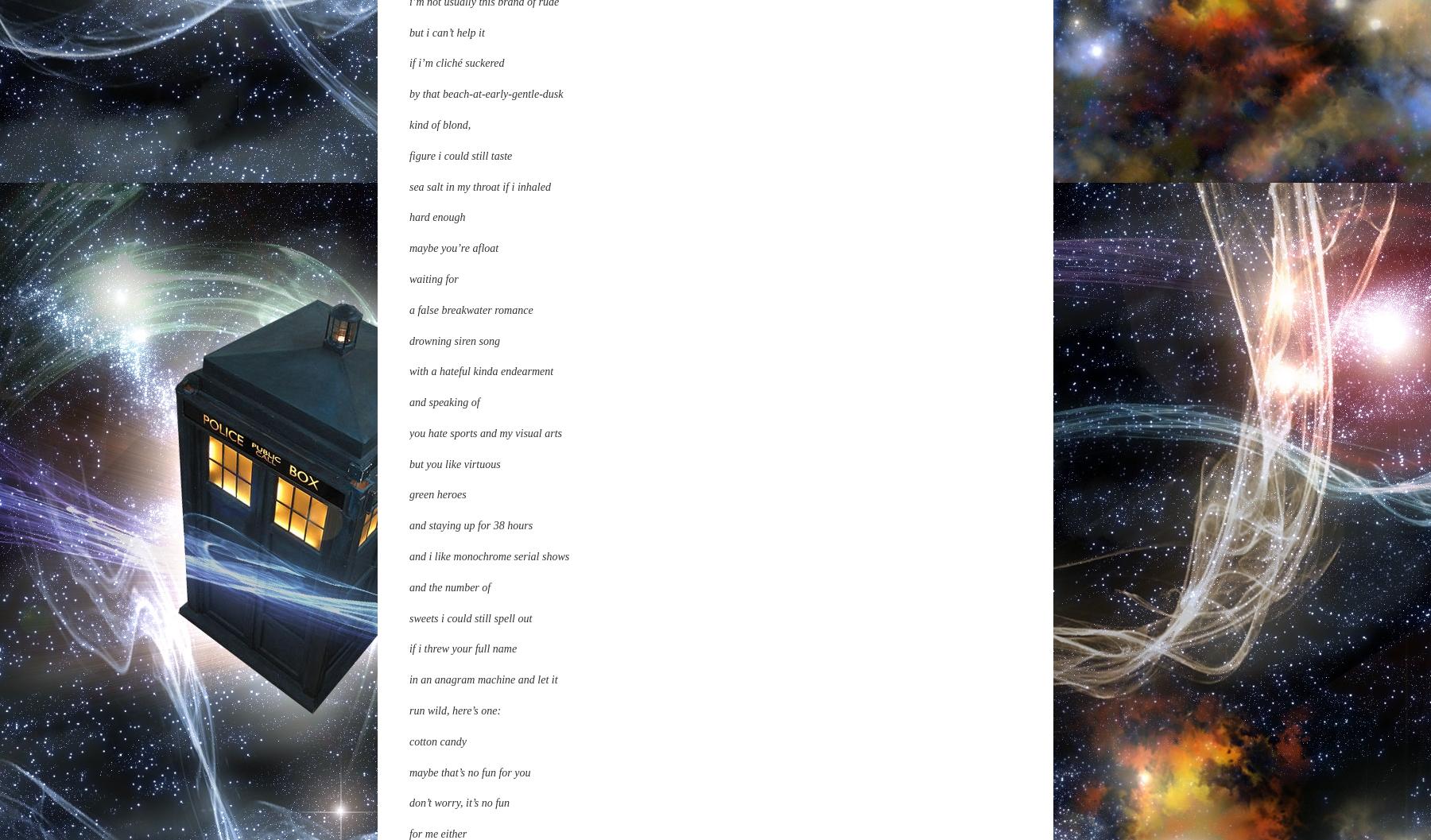 The image size is (1431, 840). Describe the element at coordinates (475, 428) in the screenshot. I see `'american blue in the very pits'` at that location.